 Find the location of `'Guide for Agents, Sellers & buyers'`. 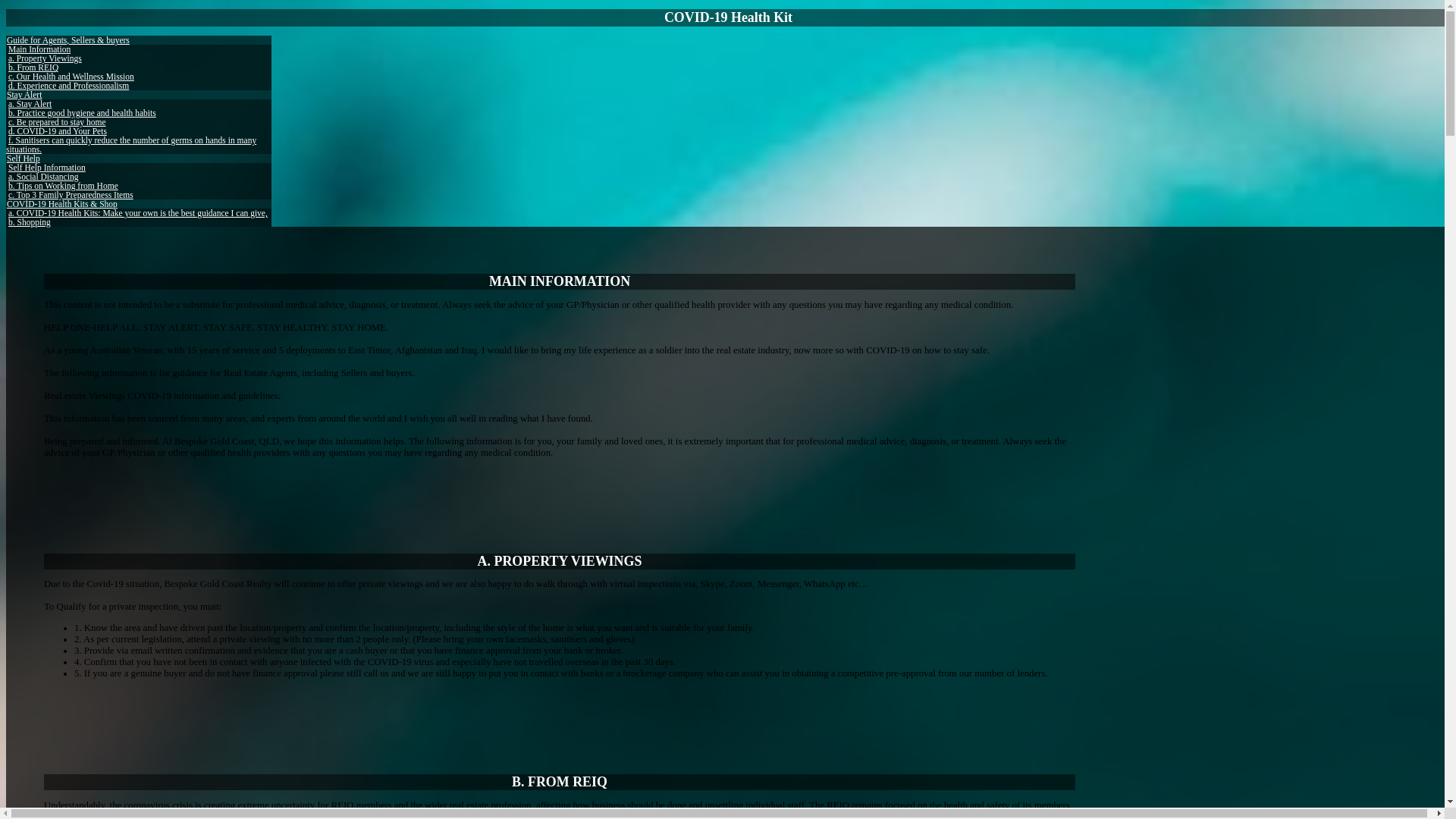

'Guide for Agents, Sellers & buyers' is located at coordinates (6, 39).